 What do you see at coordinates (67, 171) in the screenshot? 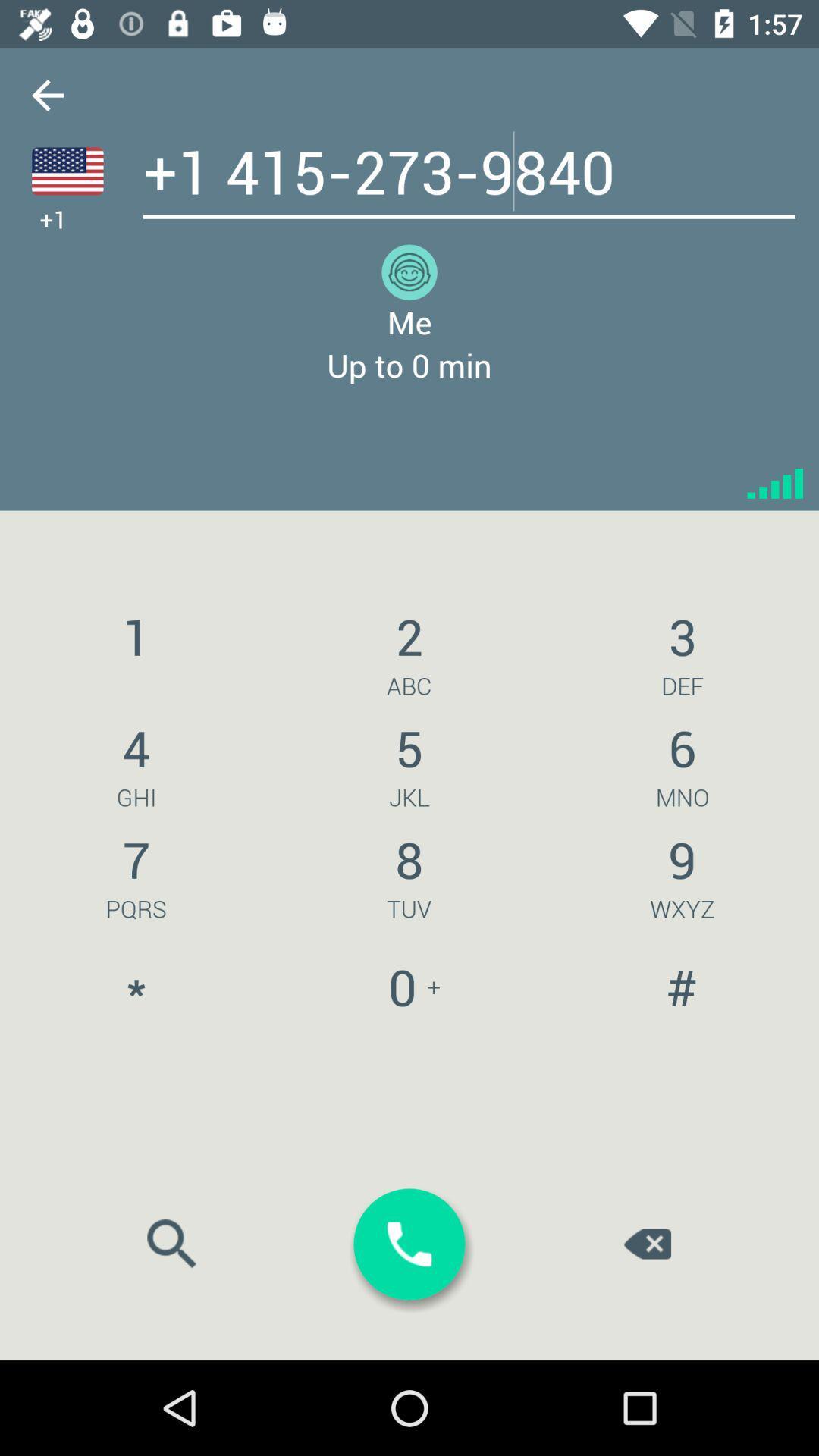
I see `country options` at bounding box center [67, 171].